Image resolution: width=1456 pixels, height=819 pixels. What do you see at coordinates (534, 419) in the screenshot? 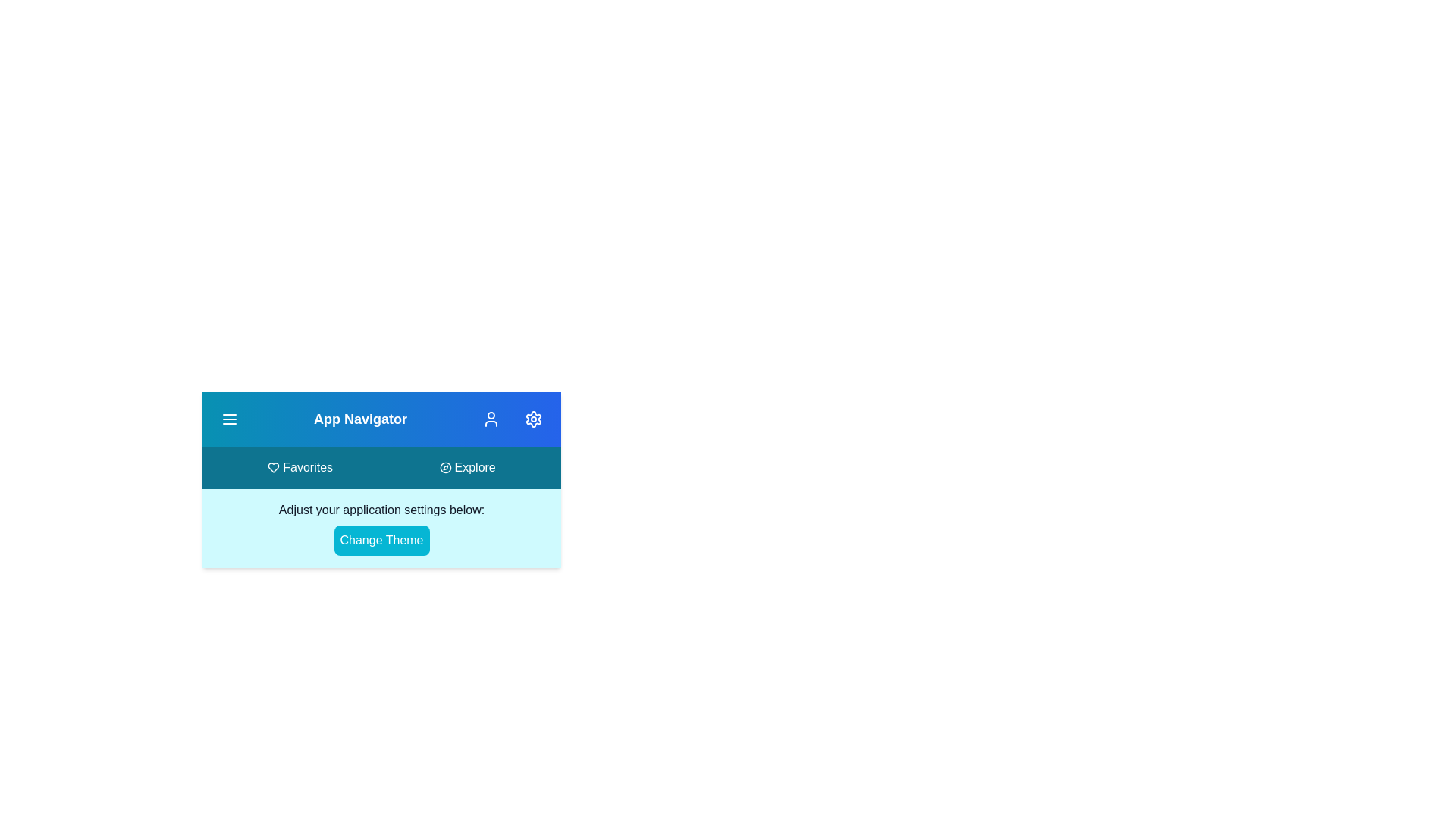
I see `the settings button icon located at the top-right corner of the navigation bar` at bounding box center [534, 419].